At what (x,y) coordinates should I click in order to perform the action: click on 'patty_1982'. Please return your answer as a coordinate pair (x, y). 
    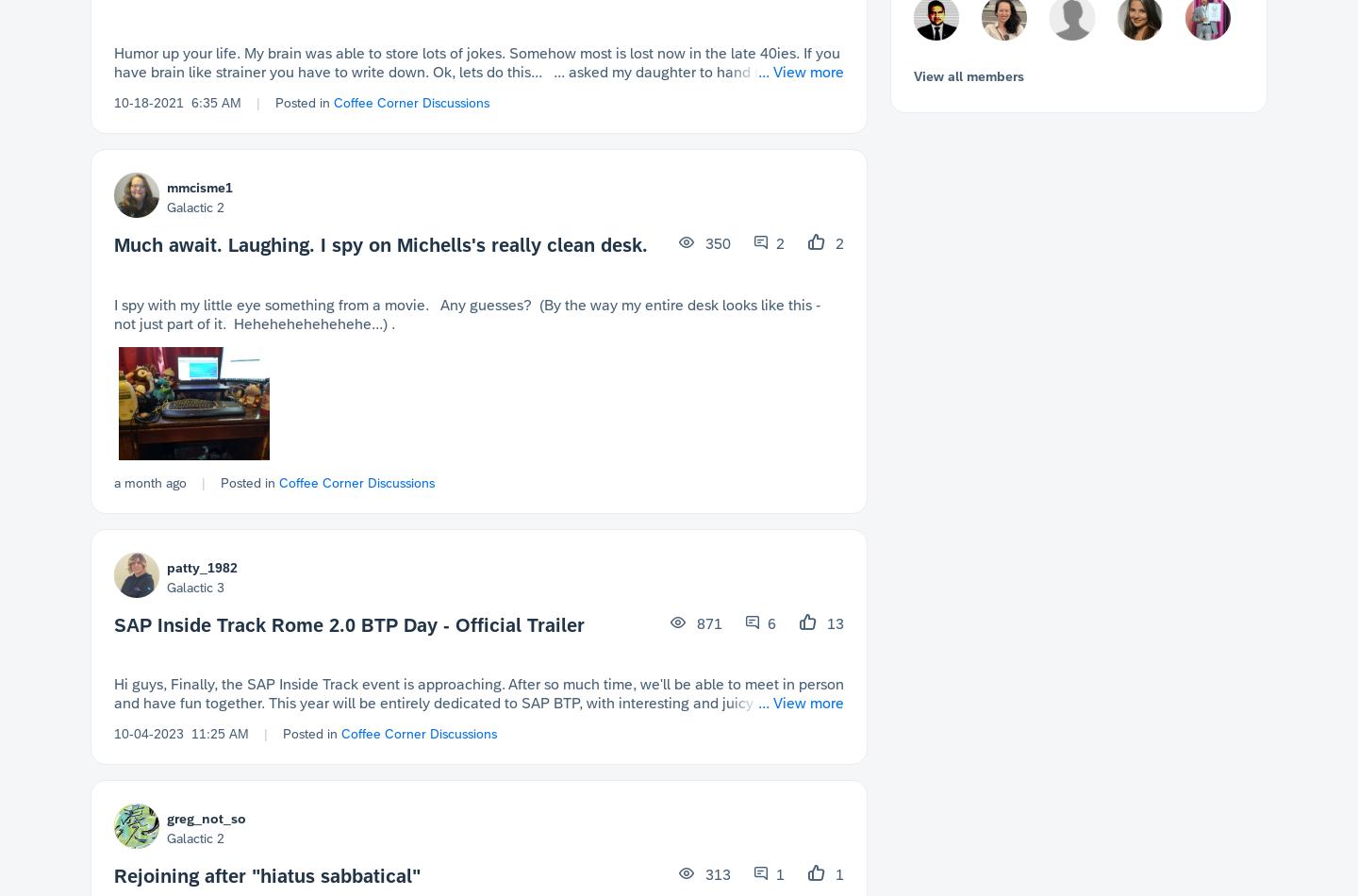
    Looking at the image, I should click on (202, 566).